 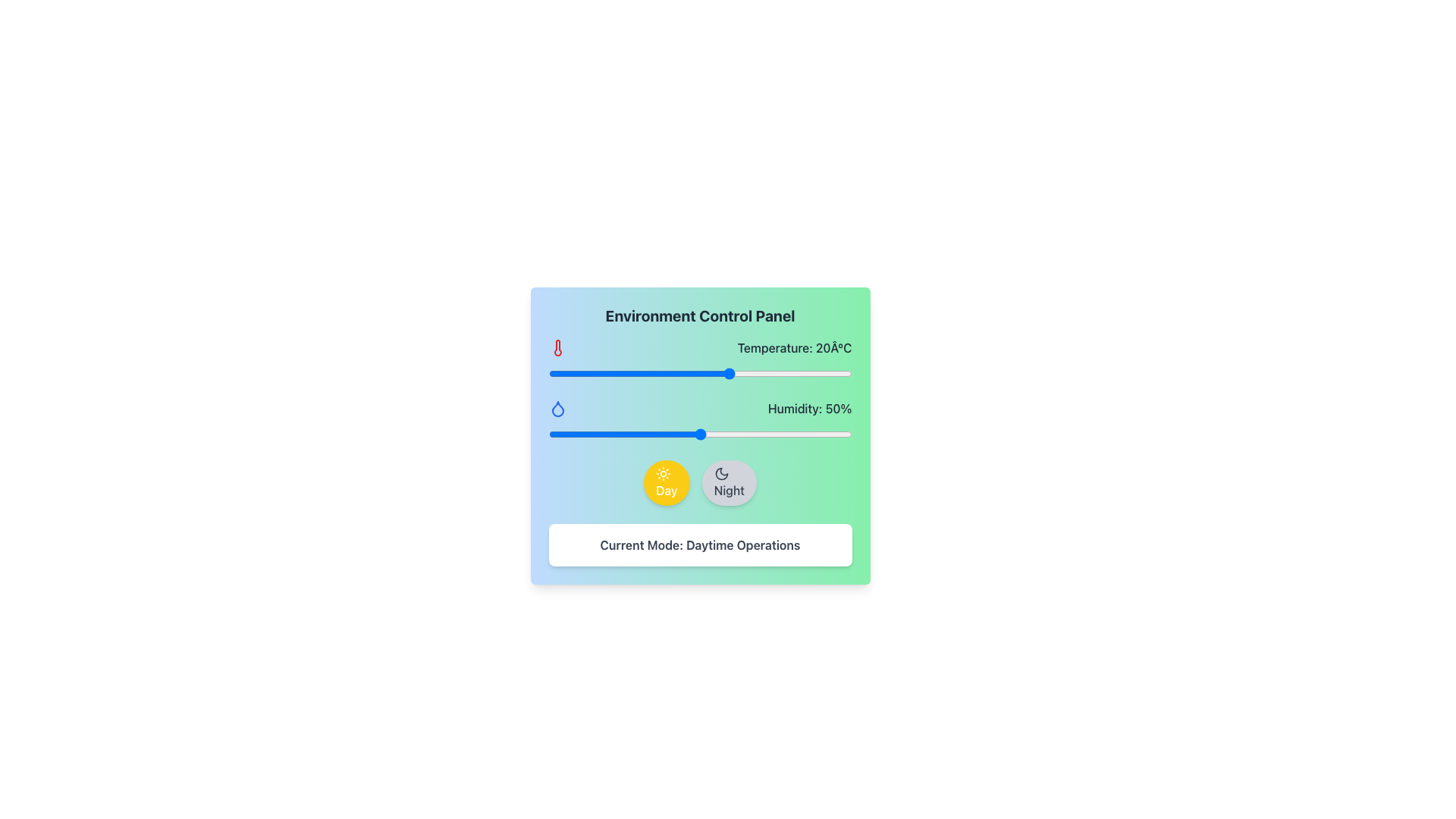 What do you see at coordinates (729, 482) in the screenshot?
I see `the rounded rectangular button labeled 'Night' with a moon icon` at bounding box center [729, 482].